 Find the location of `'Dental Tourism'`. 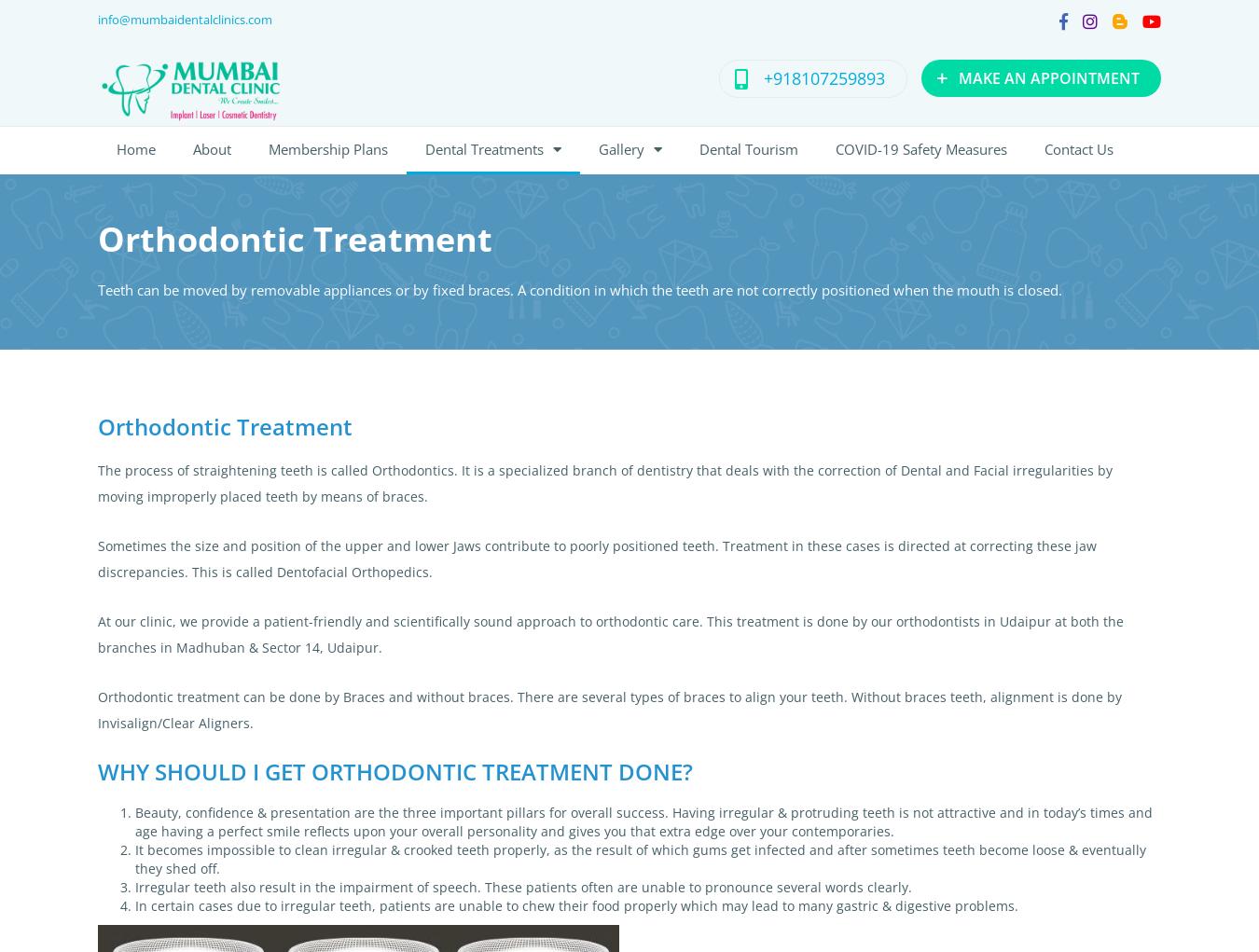

'Dental Tourism' is located at coordinates (699, 147).